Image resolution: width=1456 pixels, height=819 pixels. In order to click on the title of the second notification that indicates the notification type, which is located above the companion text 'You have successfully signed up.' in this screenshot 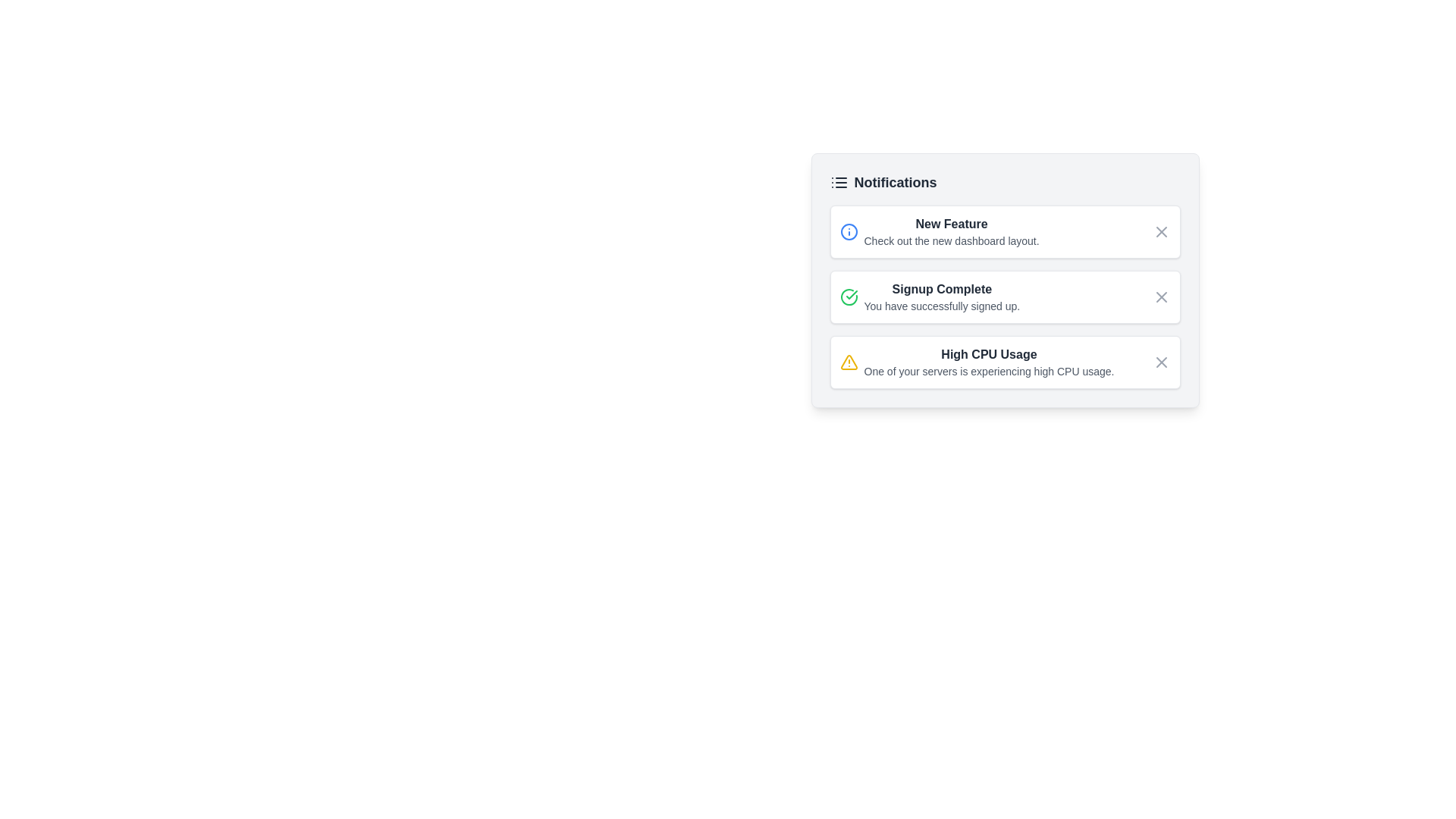, I will do `click(941, 289)`.